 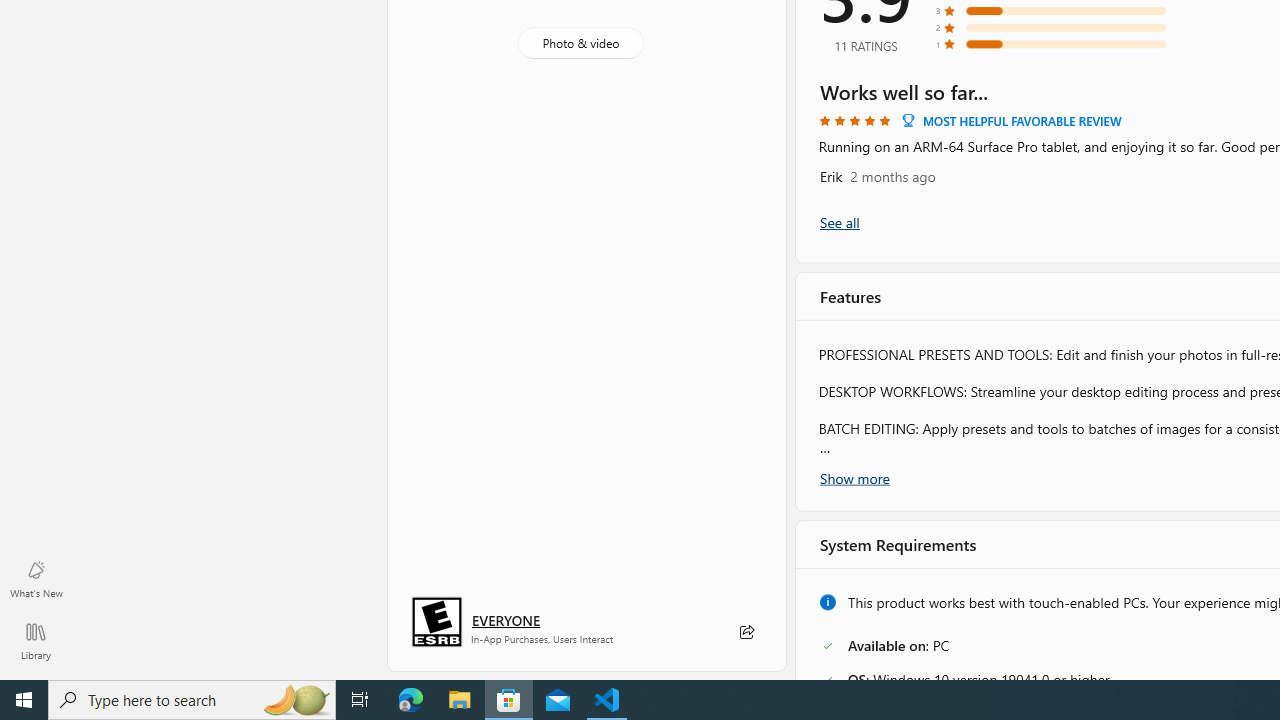 What do you see at coordinates (35, 578) in the screenshot?
I see `'What'` at bounding box center [35, 578].